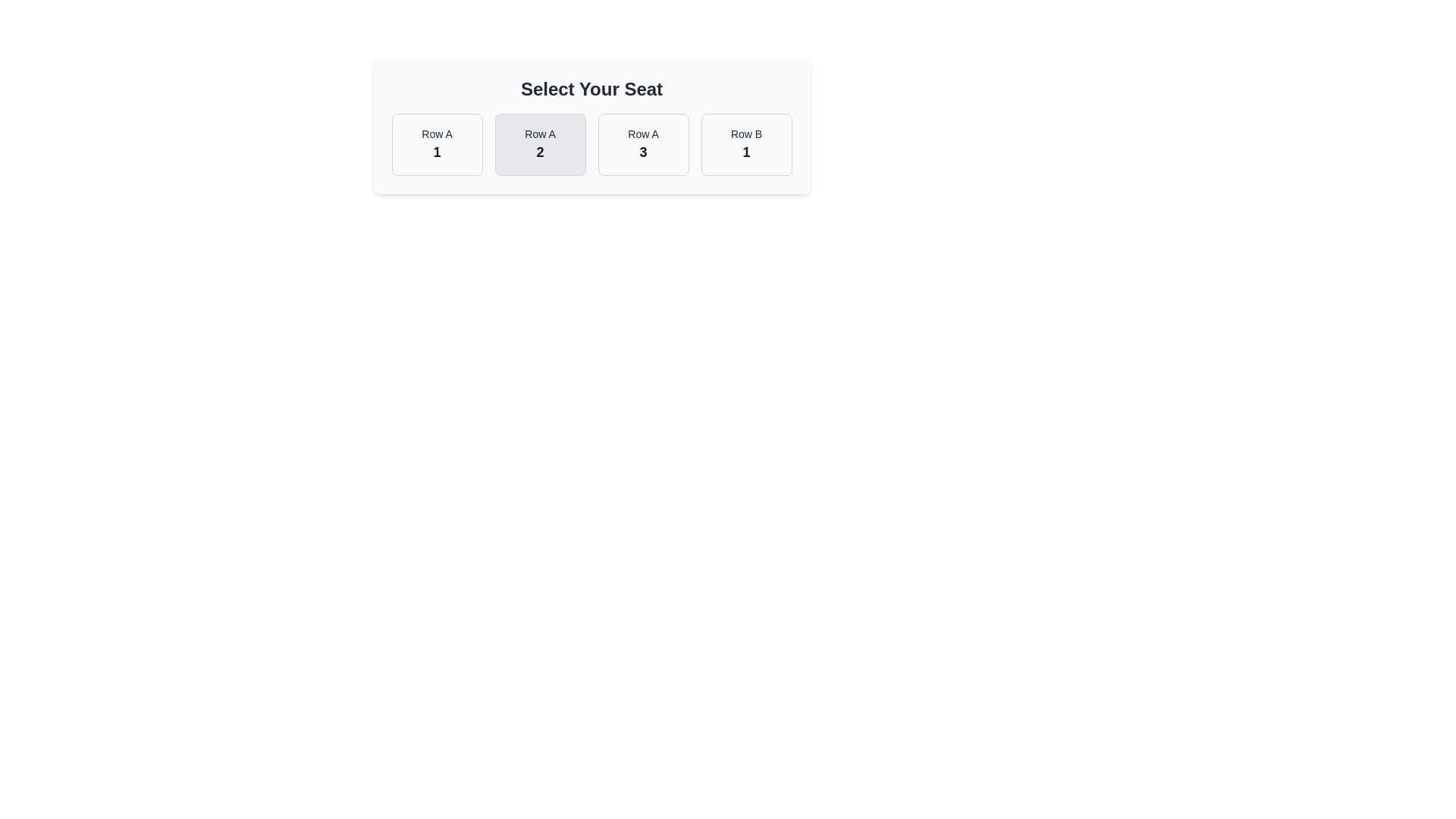 This screenshot has height=819, width=1456. Describe the element at coordinates (643, 152) in the screenshot. I see `numeral '3' displayed in bold black font within the light gray area, located centrally in the horizontal arrangement of seat selection buttons` at that location.